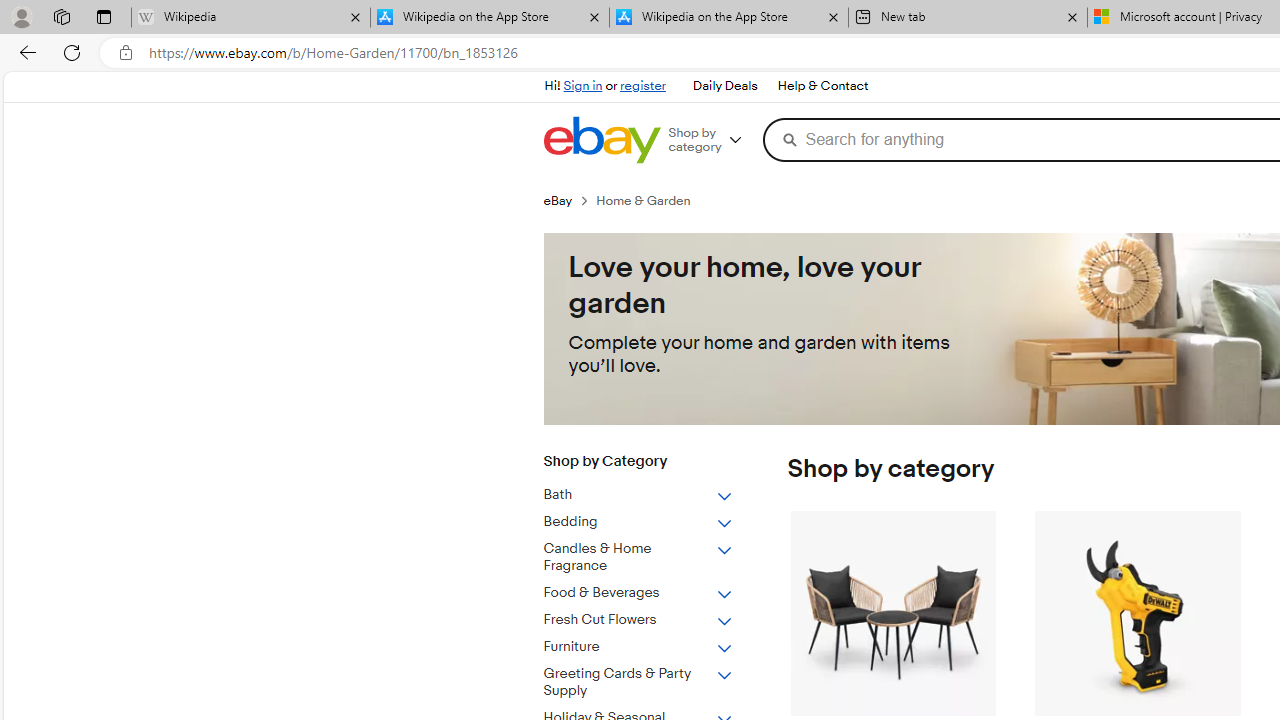 The height and width of the screenshot is (720, 1280). What do you see at coordinates (61, 16) in the screenshot?
I see `'Workspaces'` at bounding box center [61, 16].